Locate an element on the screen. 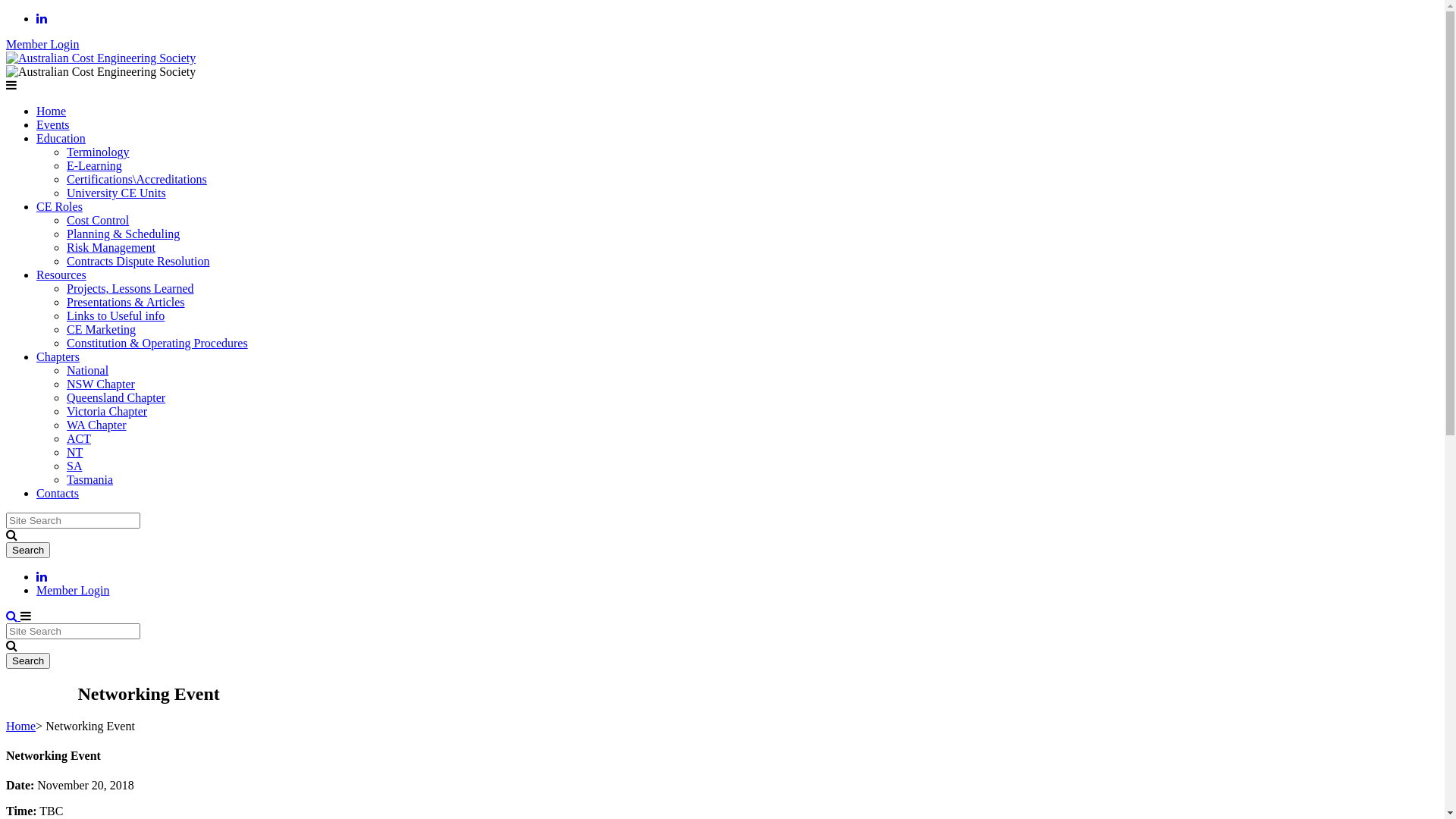  'National' is located at coordinates (86, 370).